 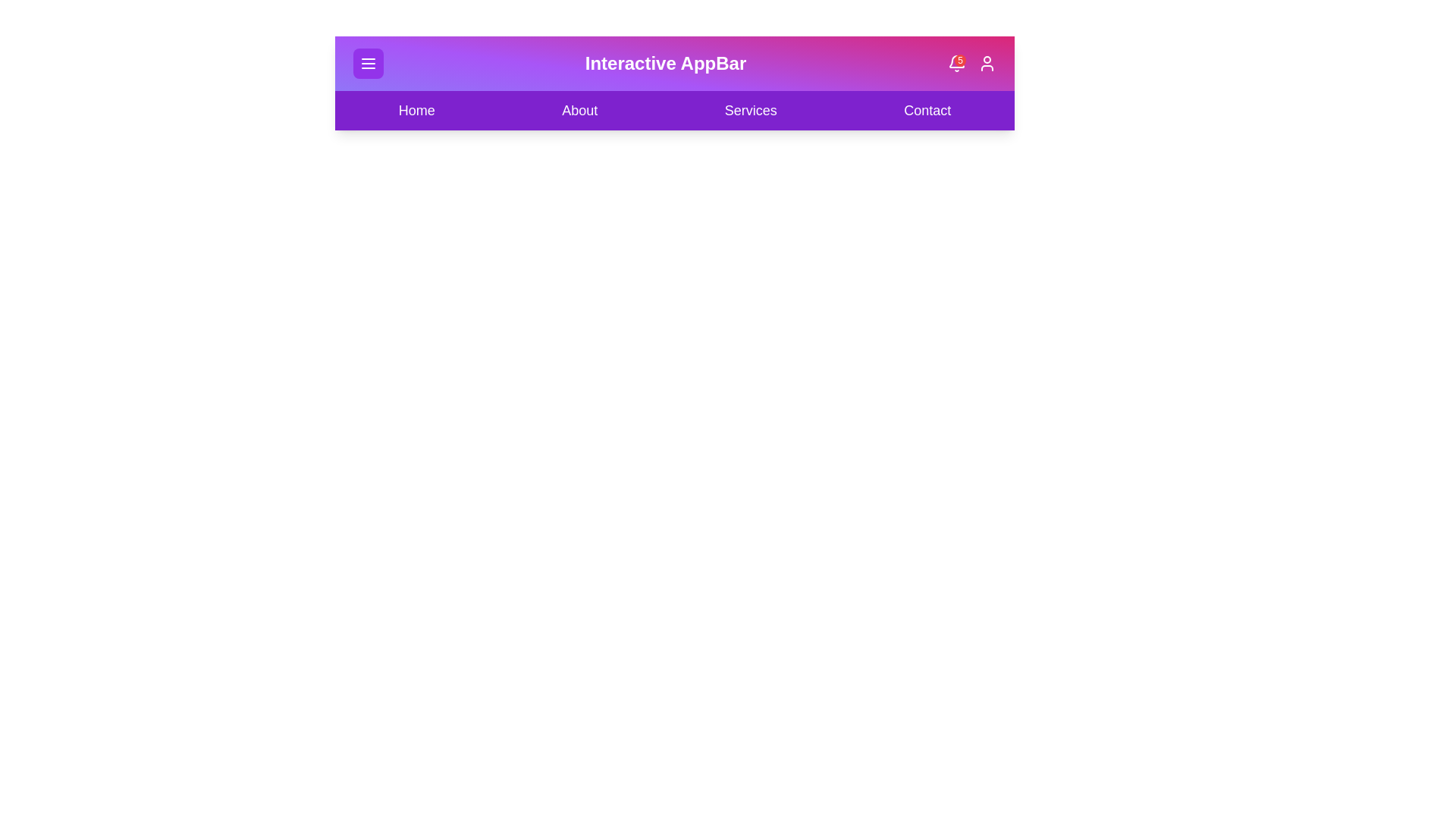 I want to click on the user icon in the top-right corner of the app bar, so click(x=987, y=63).